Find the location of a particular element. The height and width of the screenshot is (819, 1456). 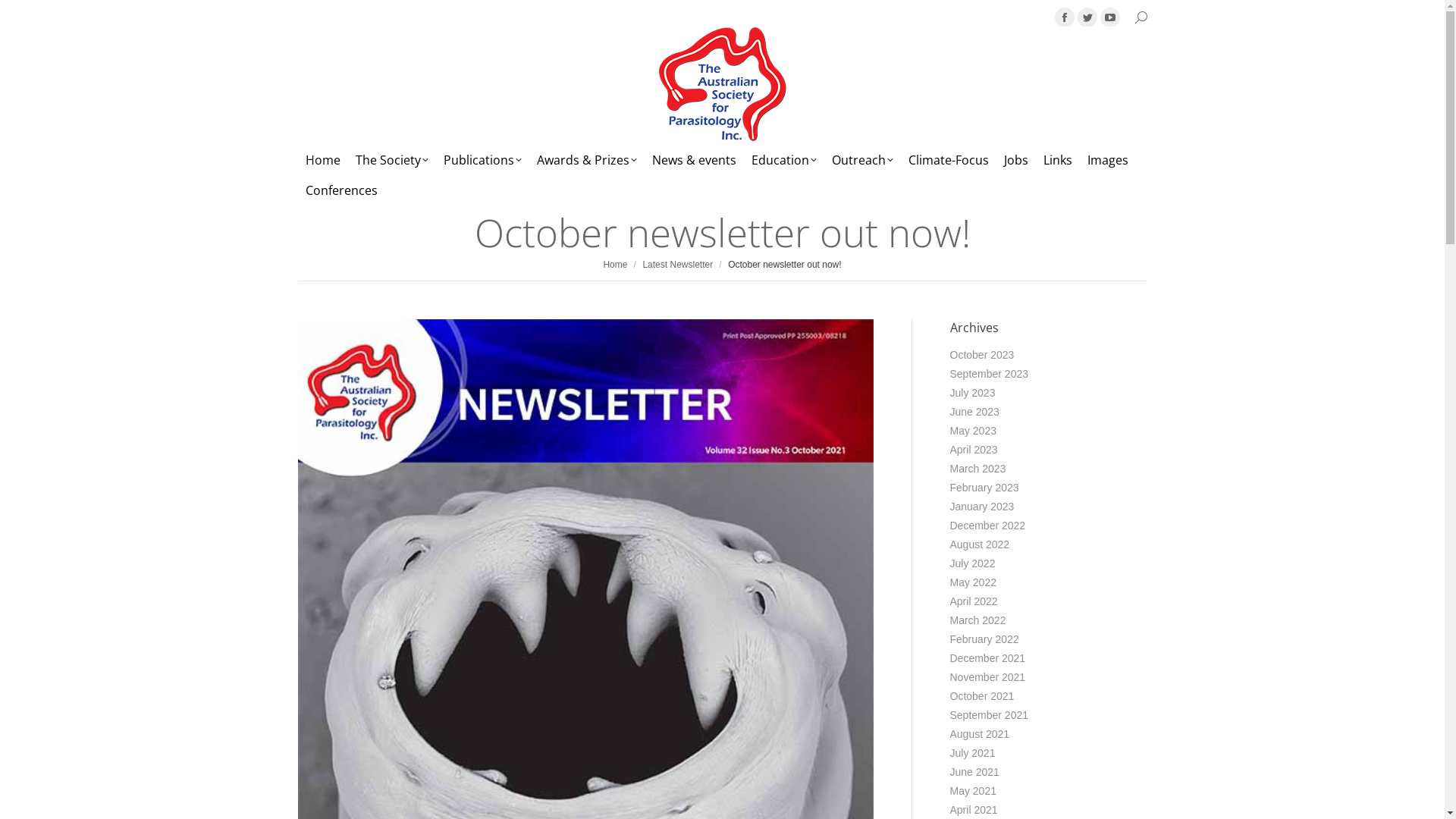

'December 2022' is located at coordinates (987, 525).